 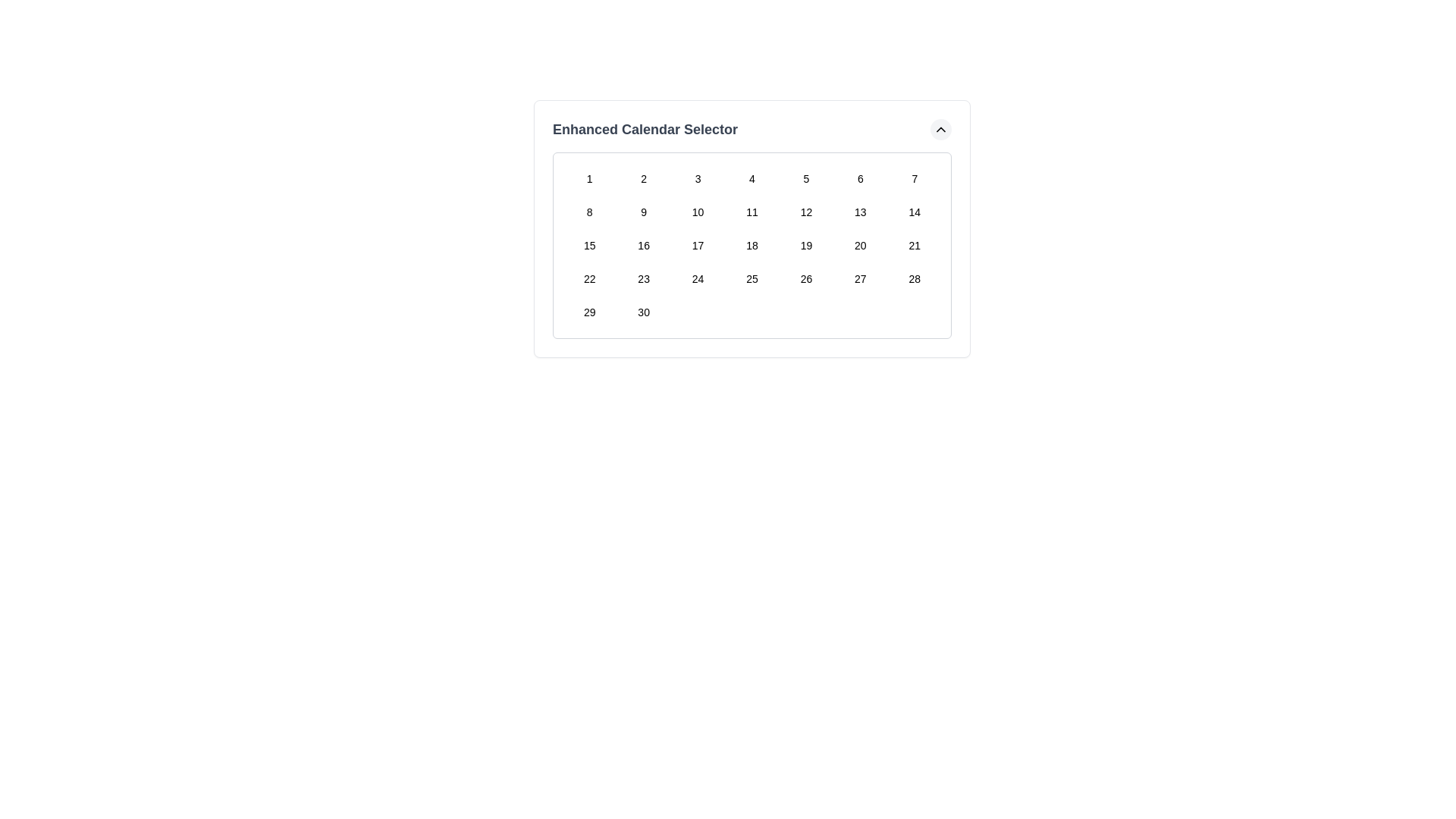 I want to click on the button labeled '7', so click(x=914, y=177).